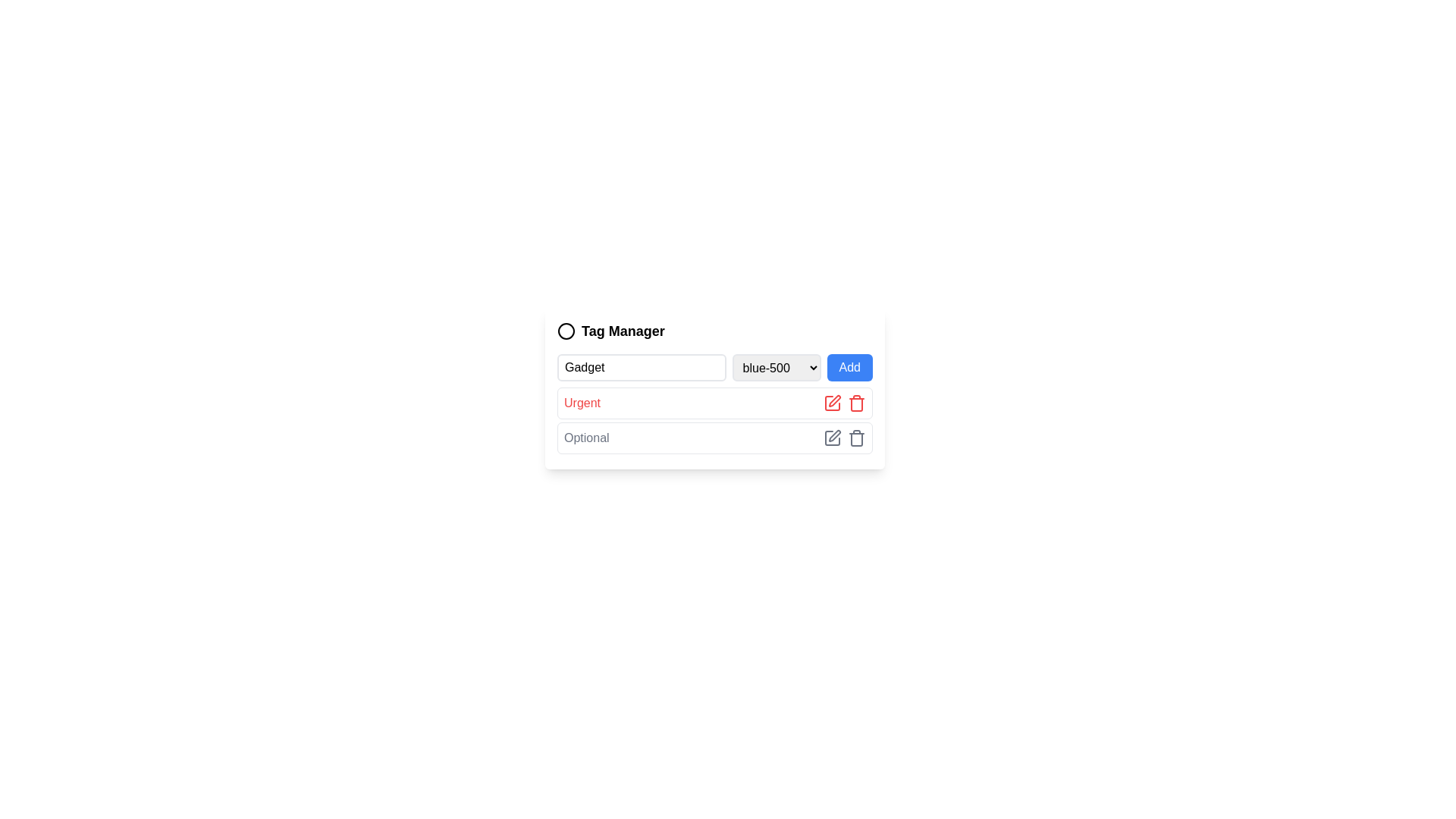  Describe the element at coordinates (714, 368) in the screenshot. I see `an option from the dropdown menu located beneath the 'Tag Manager' header, which is part of a composite UI component including an input field and an 'Add' button` at that location.